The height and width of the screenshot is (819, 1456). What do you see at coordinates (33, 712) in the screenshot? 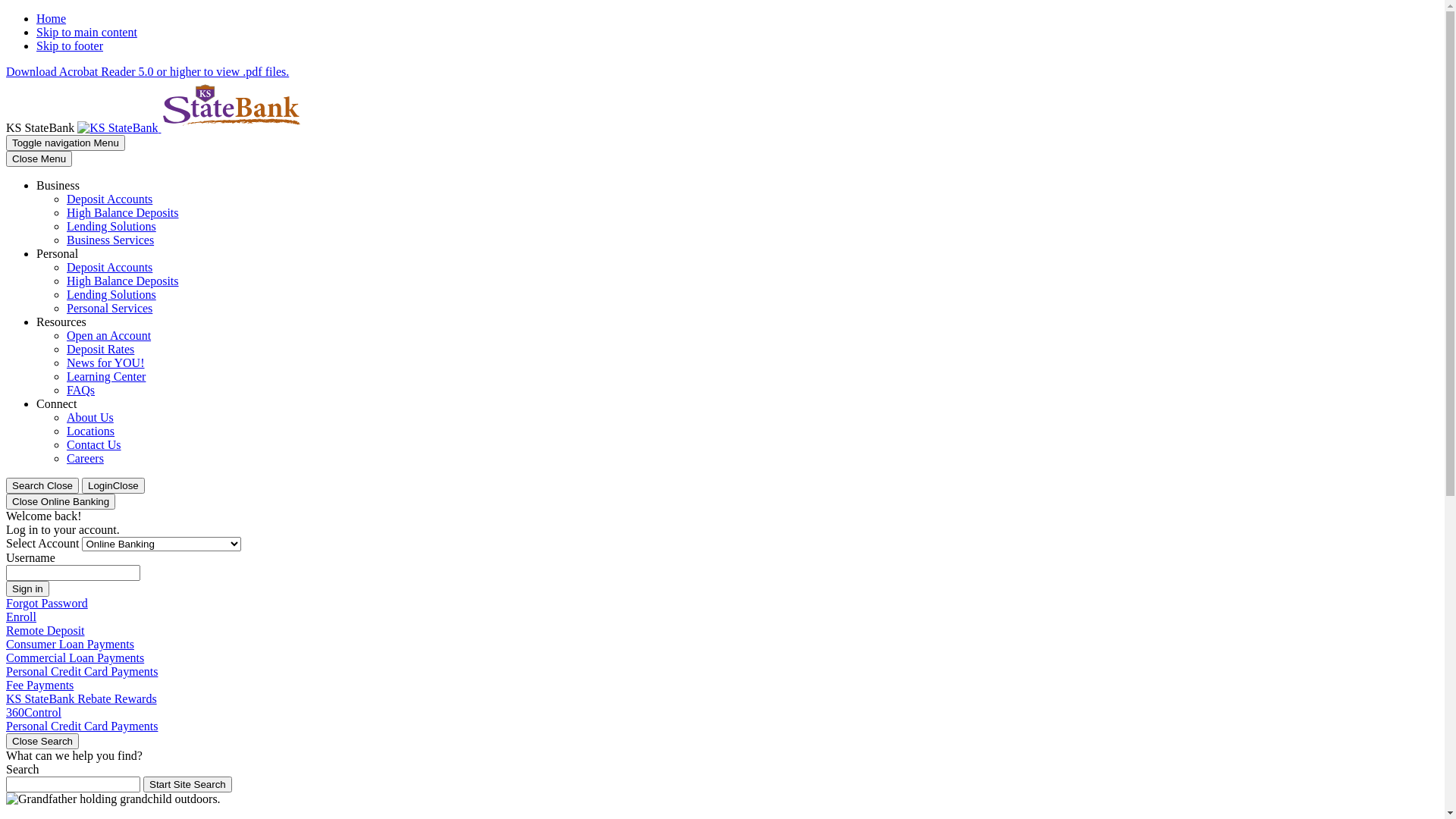
I see `'360Control'` at bounding box center [33, 712].